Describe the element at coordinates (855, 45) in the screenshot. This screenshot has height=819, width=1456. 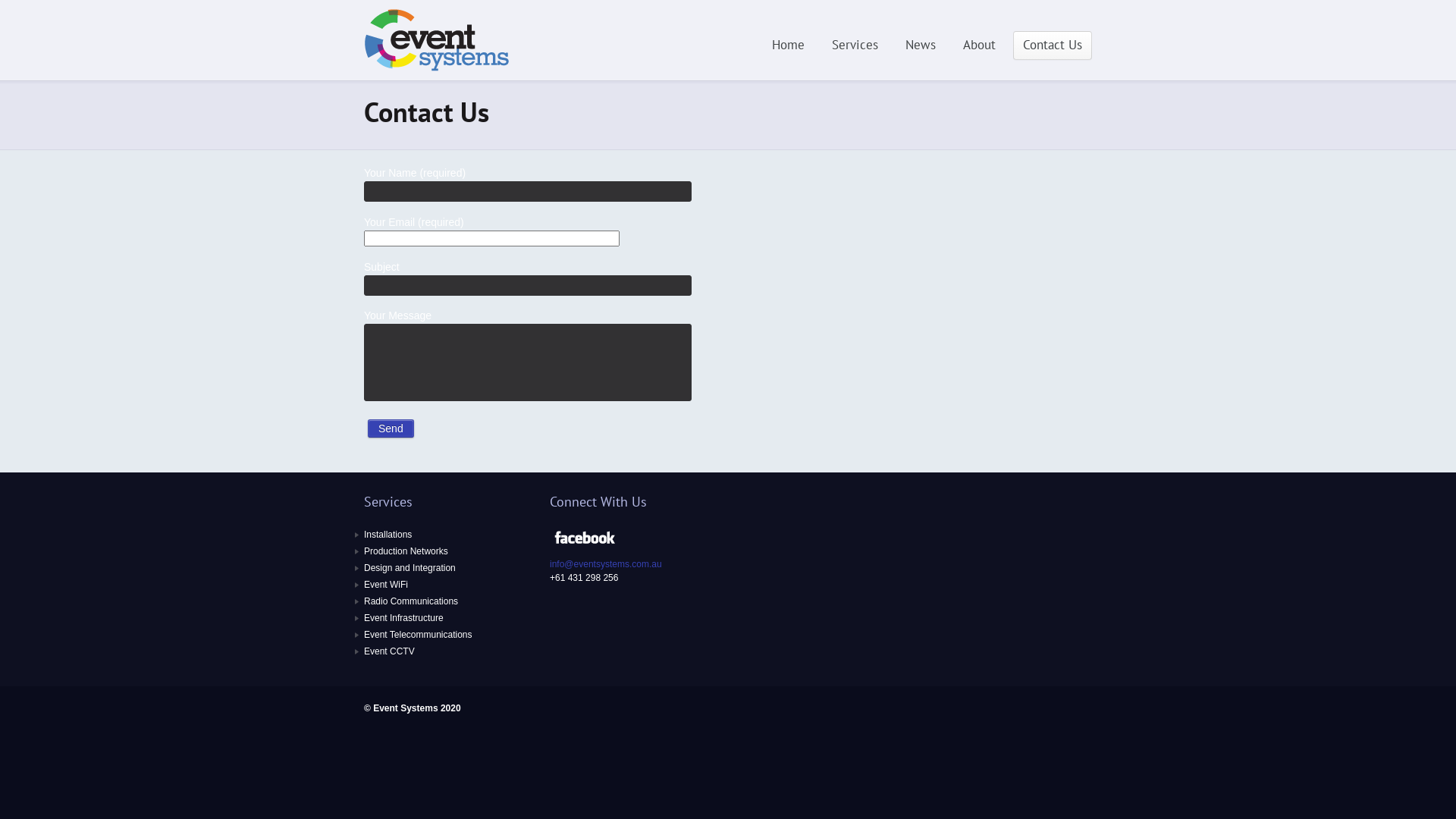
I see `'Services'` at that location.